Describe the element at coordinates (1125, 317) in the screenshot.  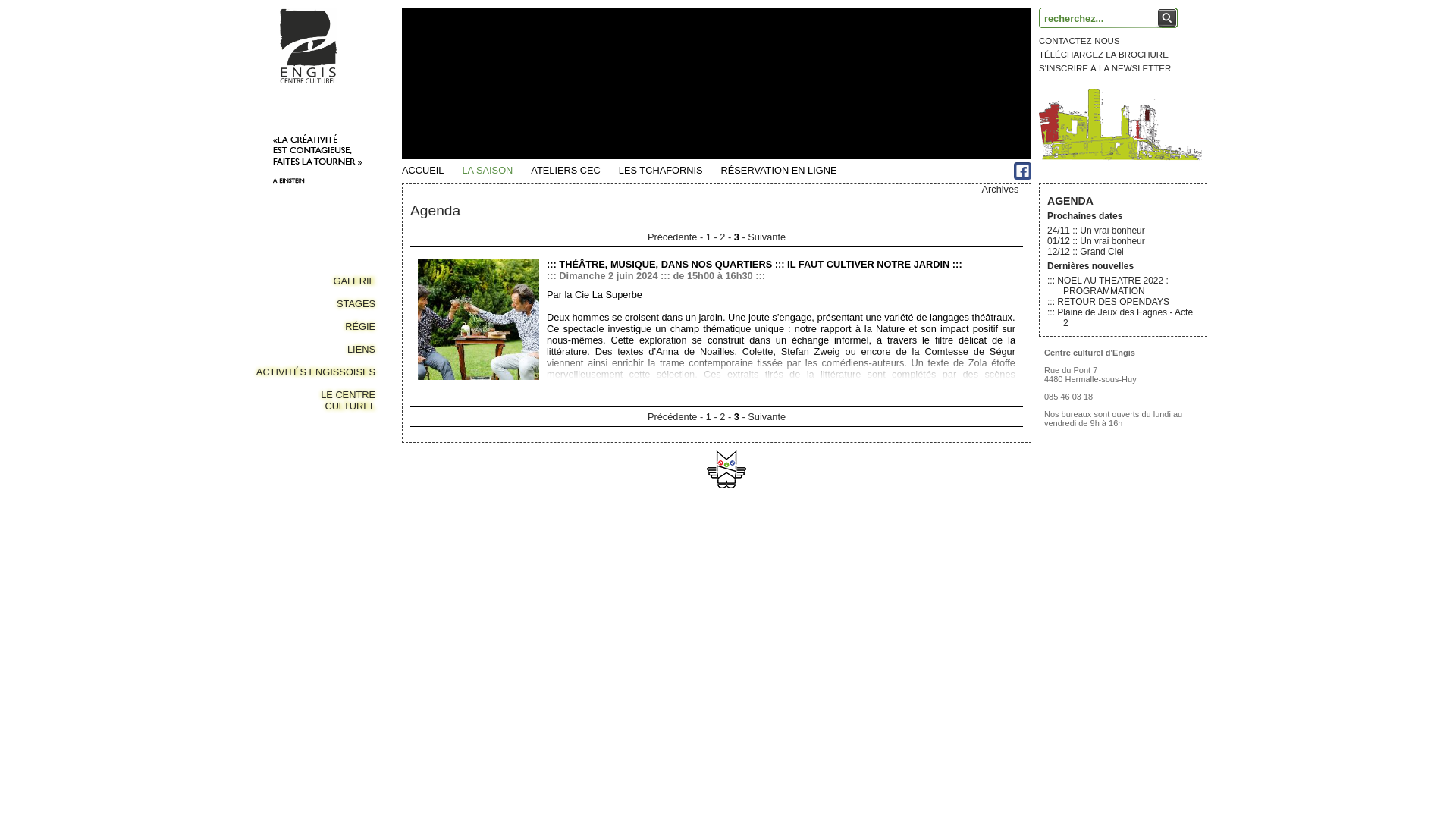
I see `'Plaine de Jeux des Fagnes - Acte 2'` at that location.